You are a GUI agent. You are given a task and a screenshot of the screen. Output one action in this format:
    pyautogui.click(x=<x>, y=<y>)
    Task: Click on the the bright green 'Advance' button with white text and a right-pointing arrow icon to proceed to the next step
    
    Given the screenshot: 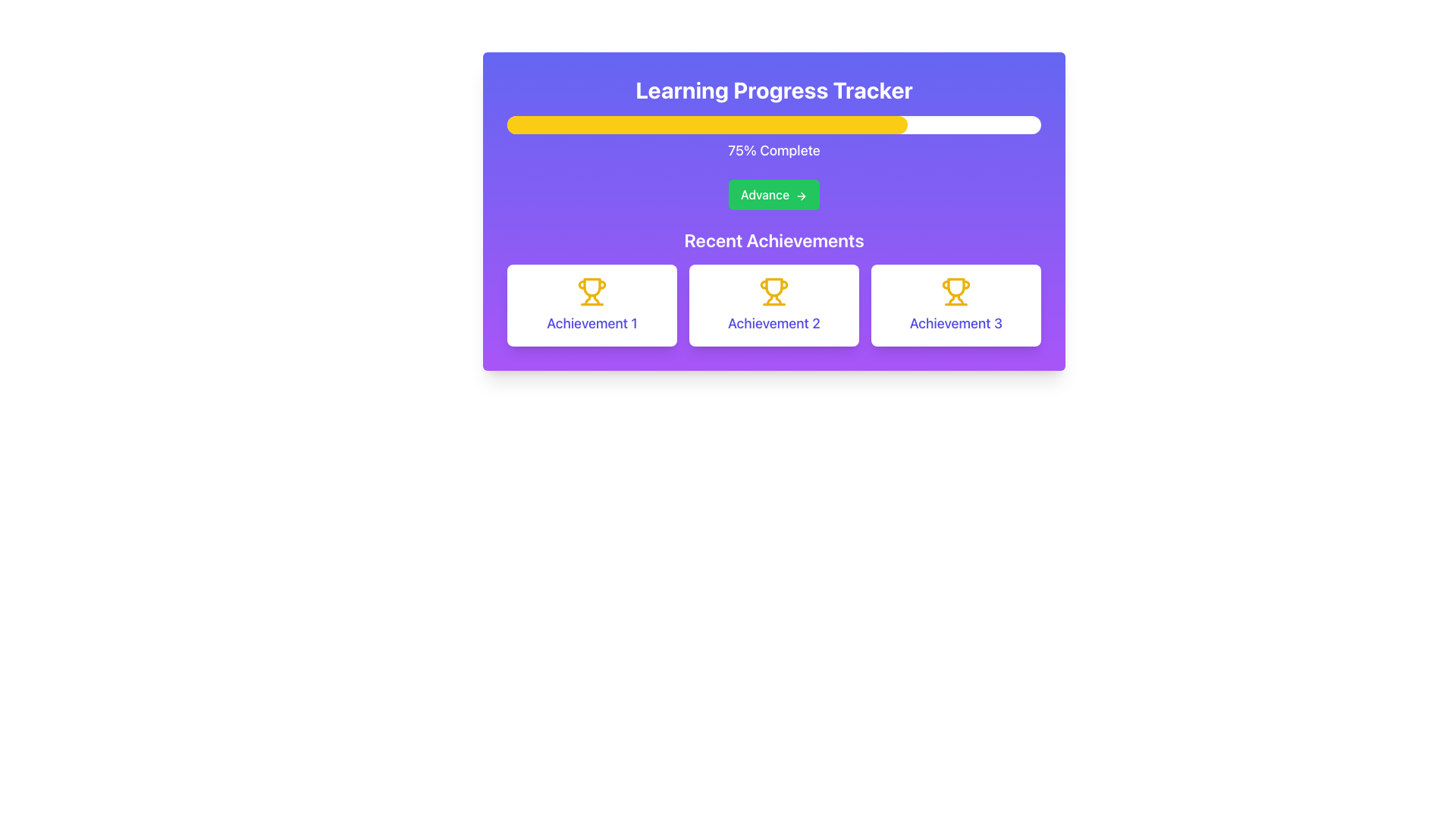 What is the action you would take?
    pyautogui.click(x=774, y=194)
    